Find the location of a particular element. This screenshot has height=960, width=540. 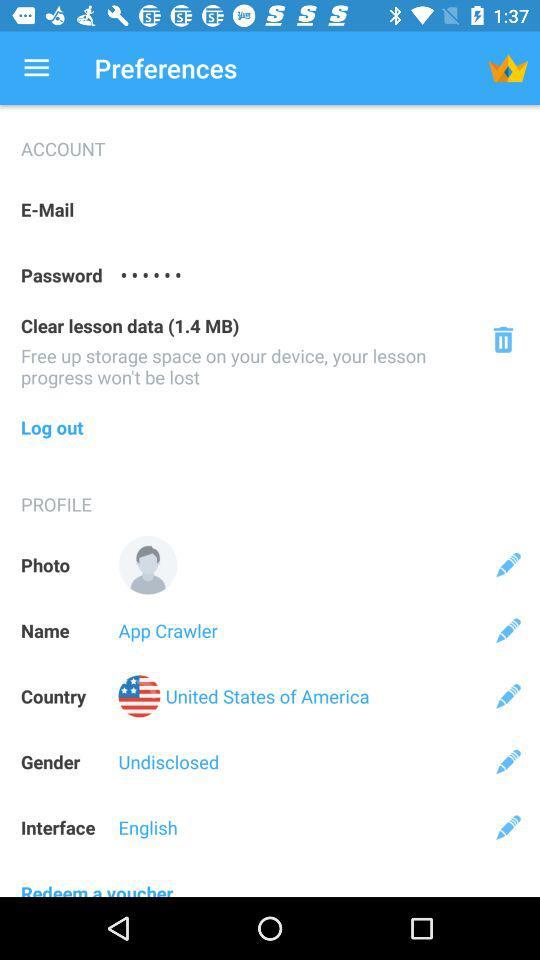

click edit option is located at coordinates (508, 629).